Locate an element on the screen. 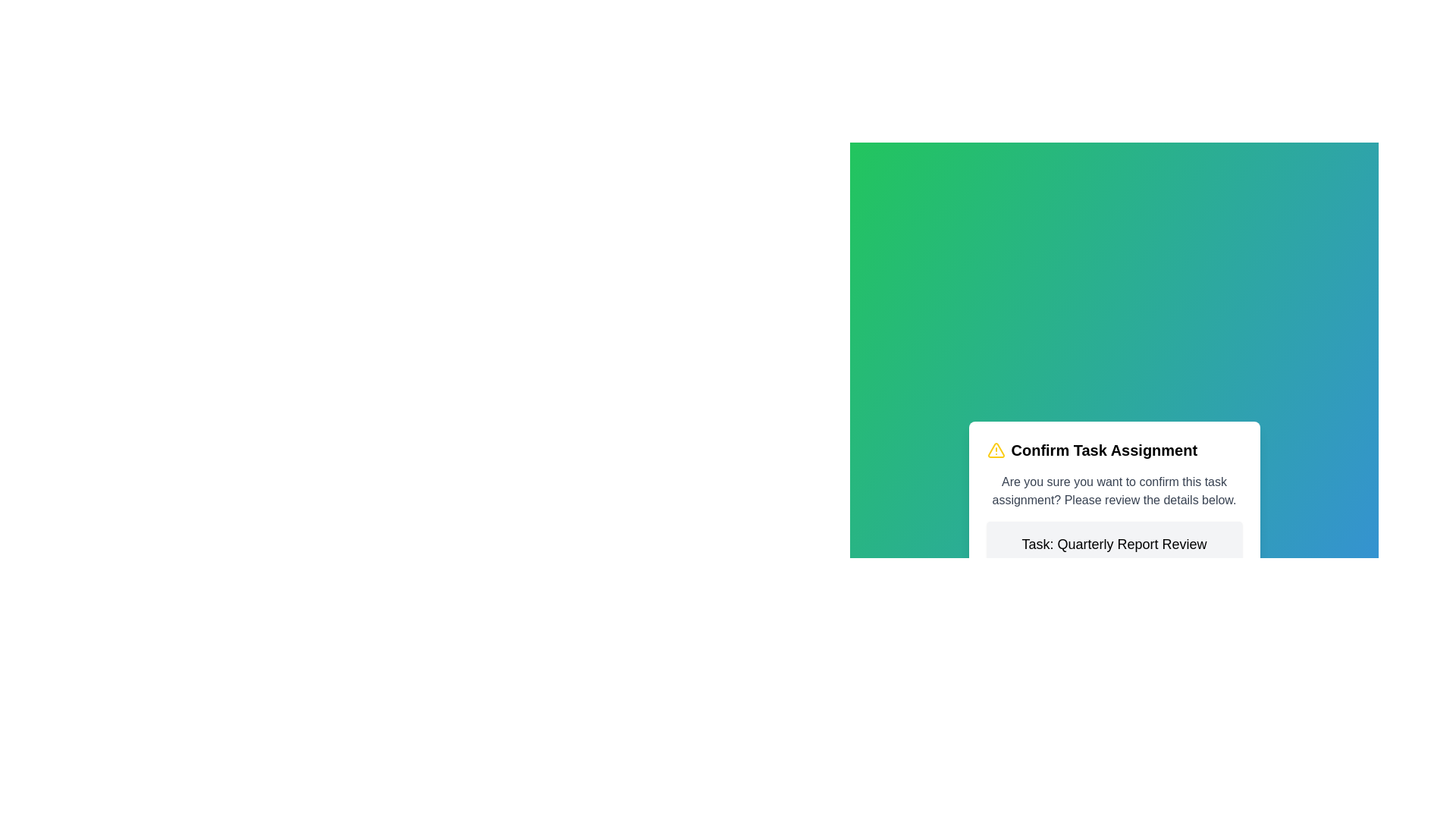 The image size is (1456, 819). and comprehend the instructions displayed in the text paragraph that asks for confirmation of the task assignment is located at coordinates (1114, 491).